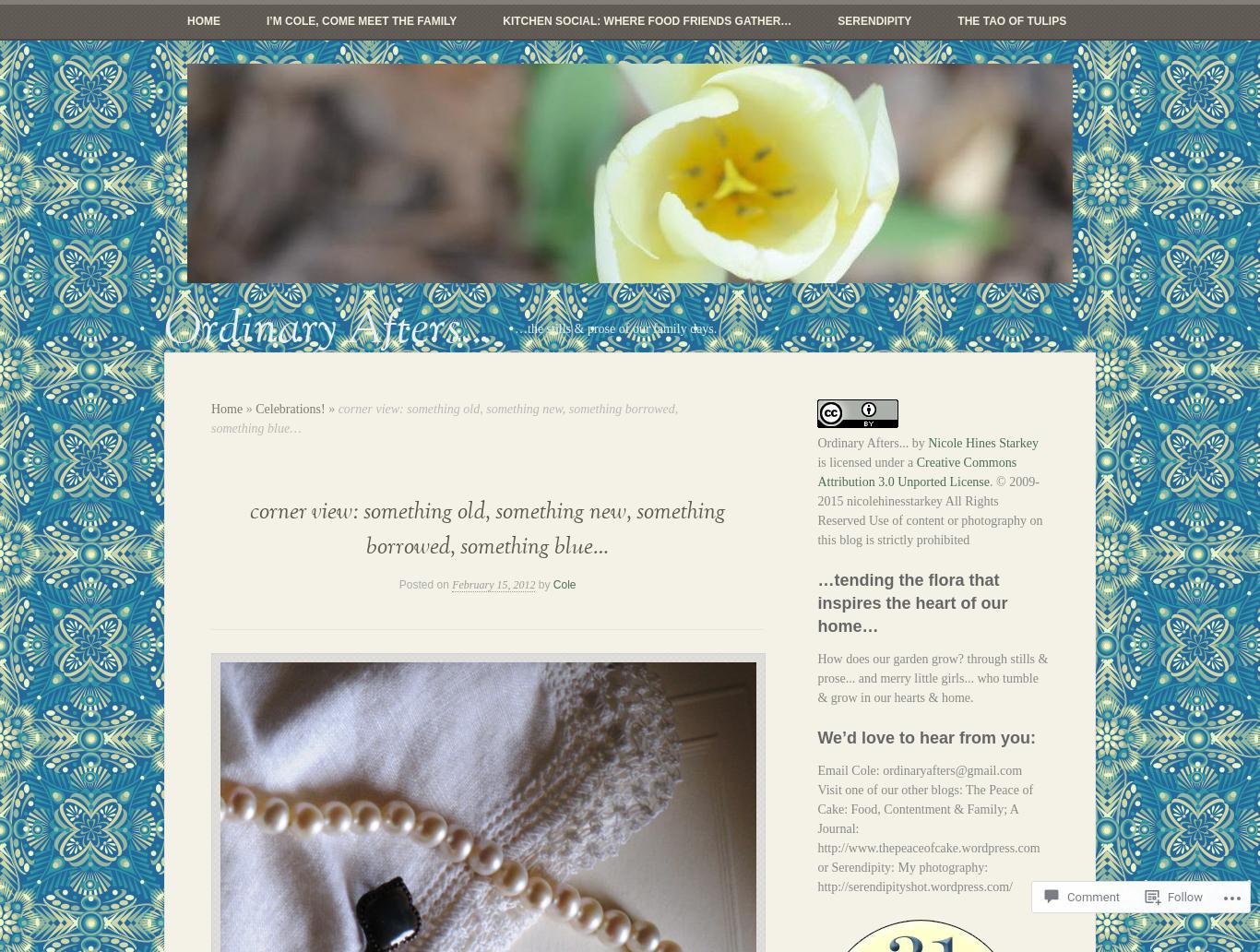 This screenshot has width=1260, height=952. Describe the element at coordinates (493, 584) in the screenshot. I see `'February 15, 2012'` at that location.